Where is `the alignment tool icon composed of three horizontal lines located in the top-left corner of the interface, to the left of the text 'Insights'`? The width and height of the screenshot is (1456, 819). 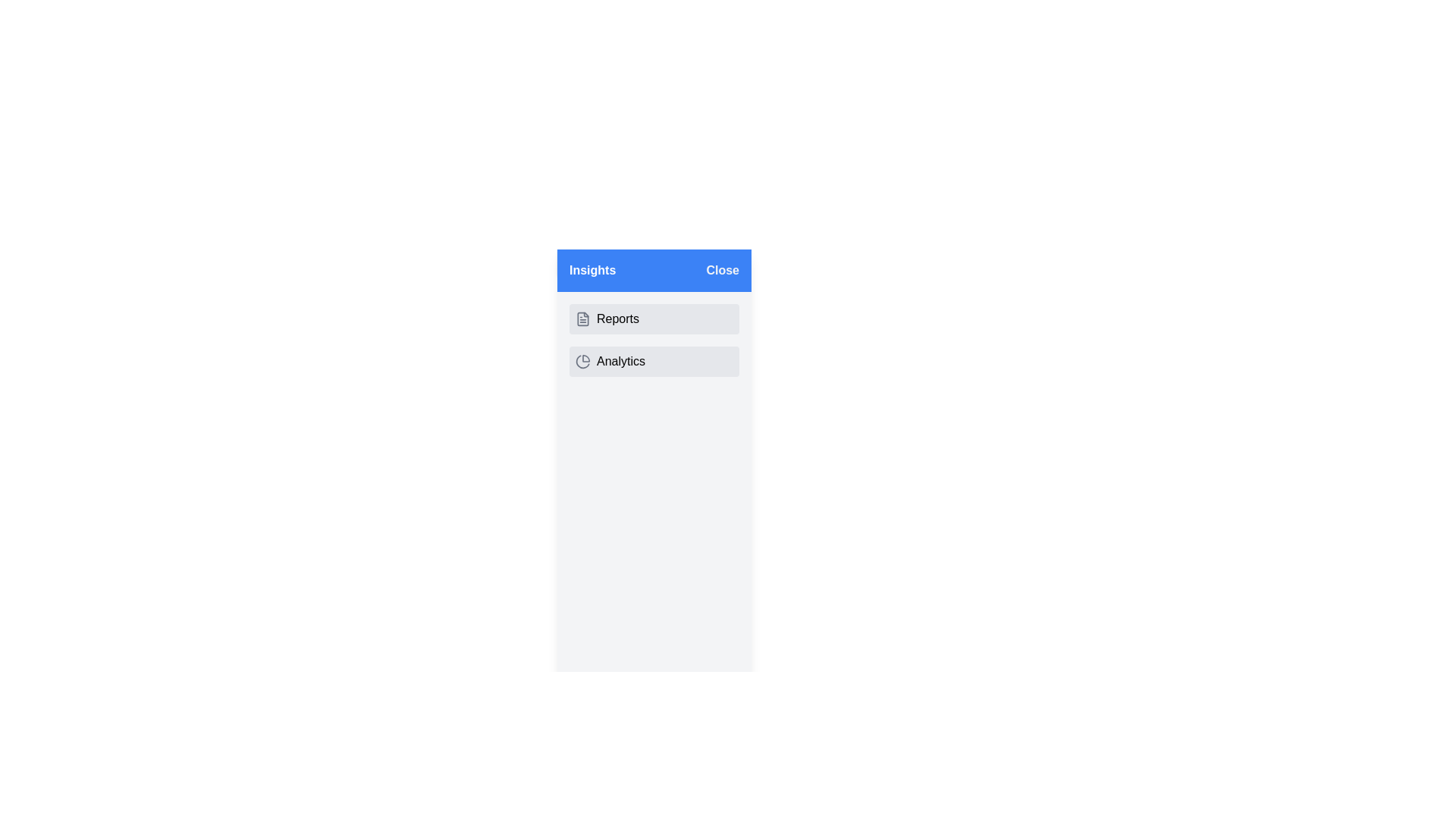 the alignment tool icon composed of three horizontal lines located in the top-left corner of the interface, to the left of the text 'Insights' is located at coordinates (570, 262).